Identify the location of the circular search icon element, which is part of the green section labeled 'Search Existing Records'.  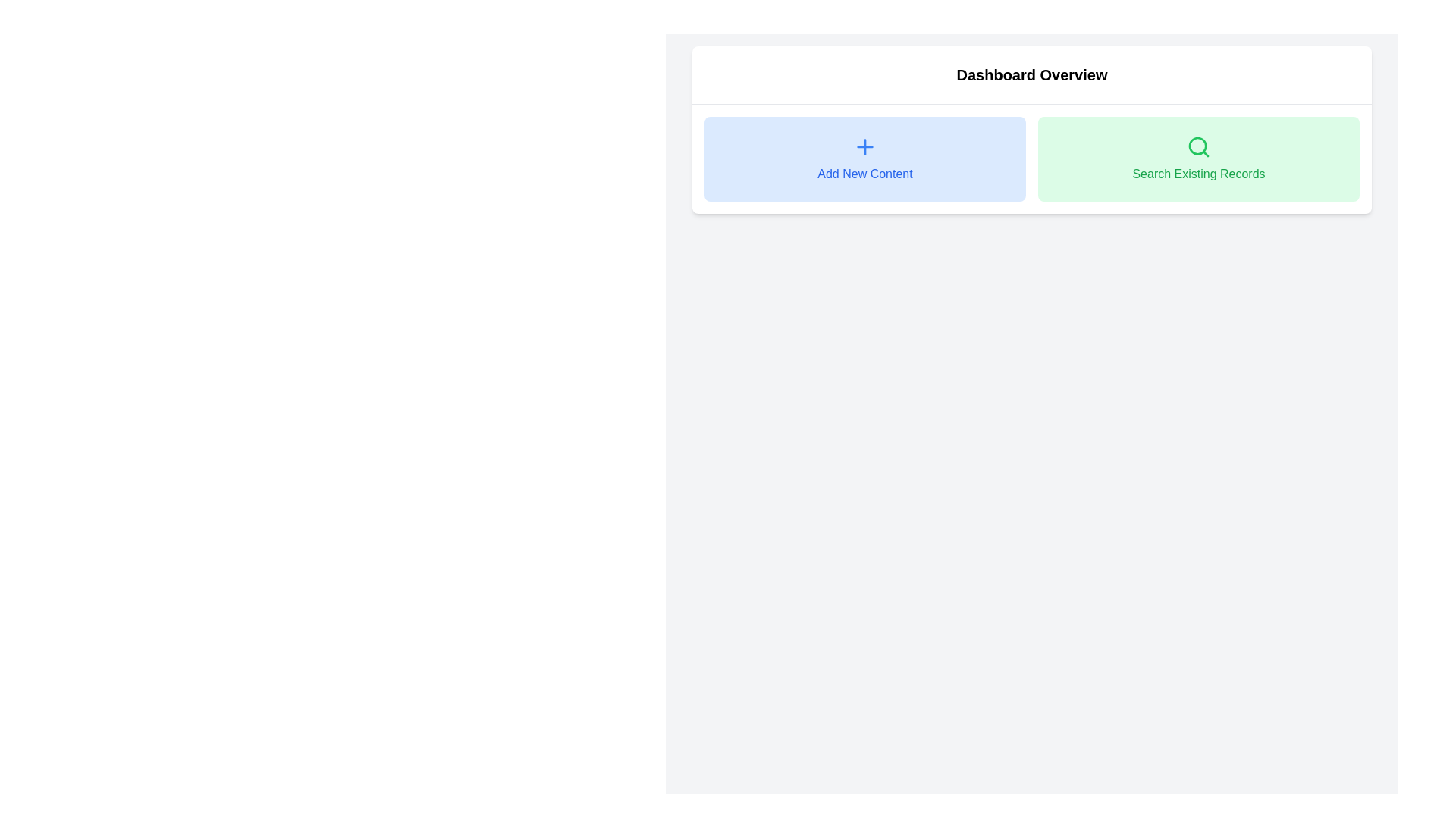
(1197, 146).